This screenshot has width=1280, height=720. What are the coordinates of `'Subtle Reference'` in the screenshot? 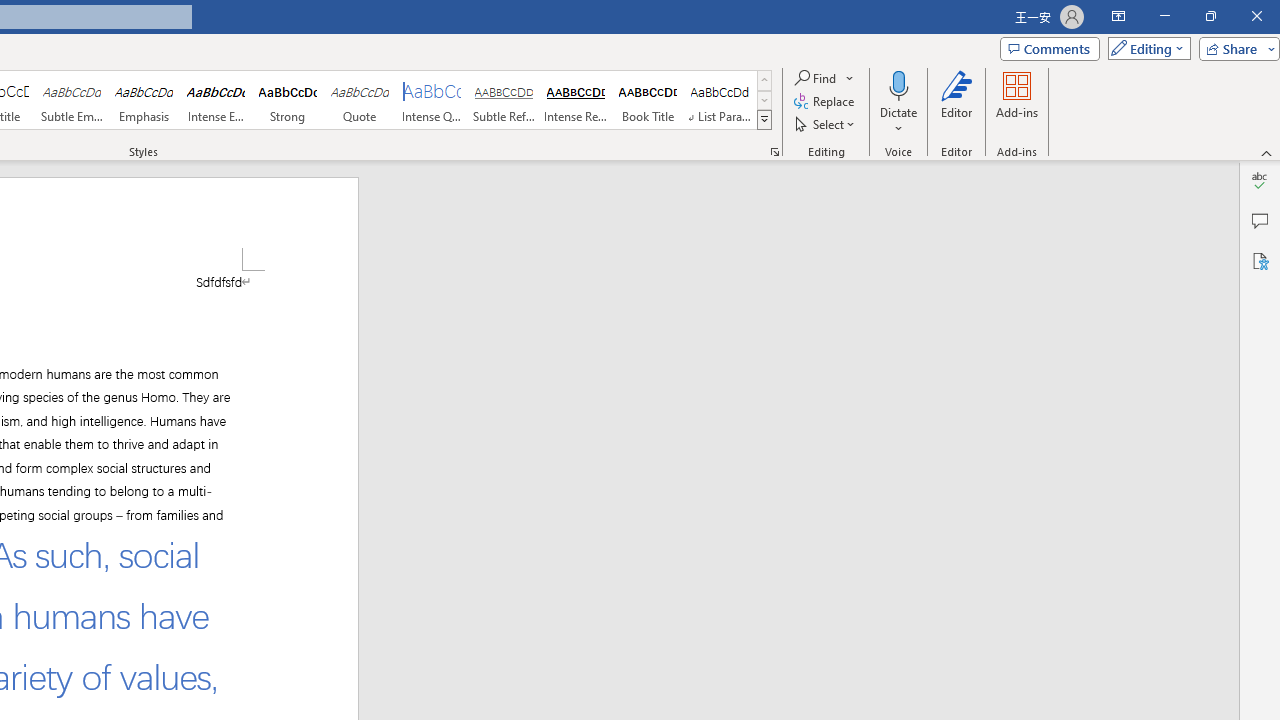 It's located at (504, 100).